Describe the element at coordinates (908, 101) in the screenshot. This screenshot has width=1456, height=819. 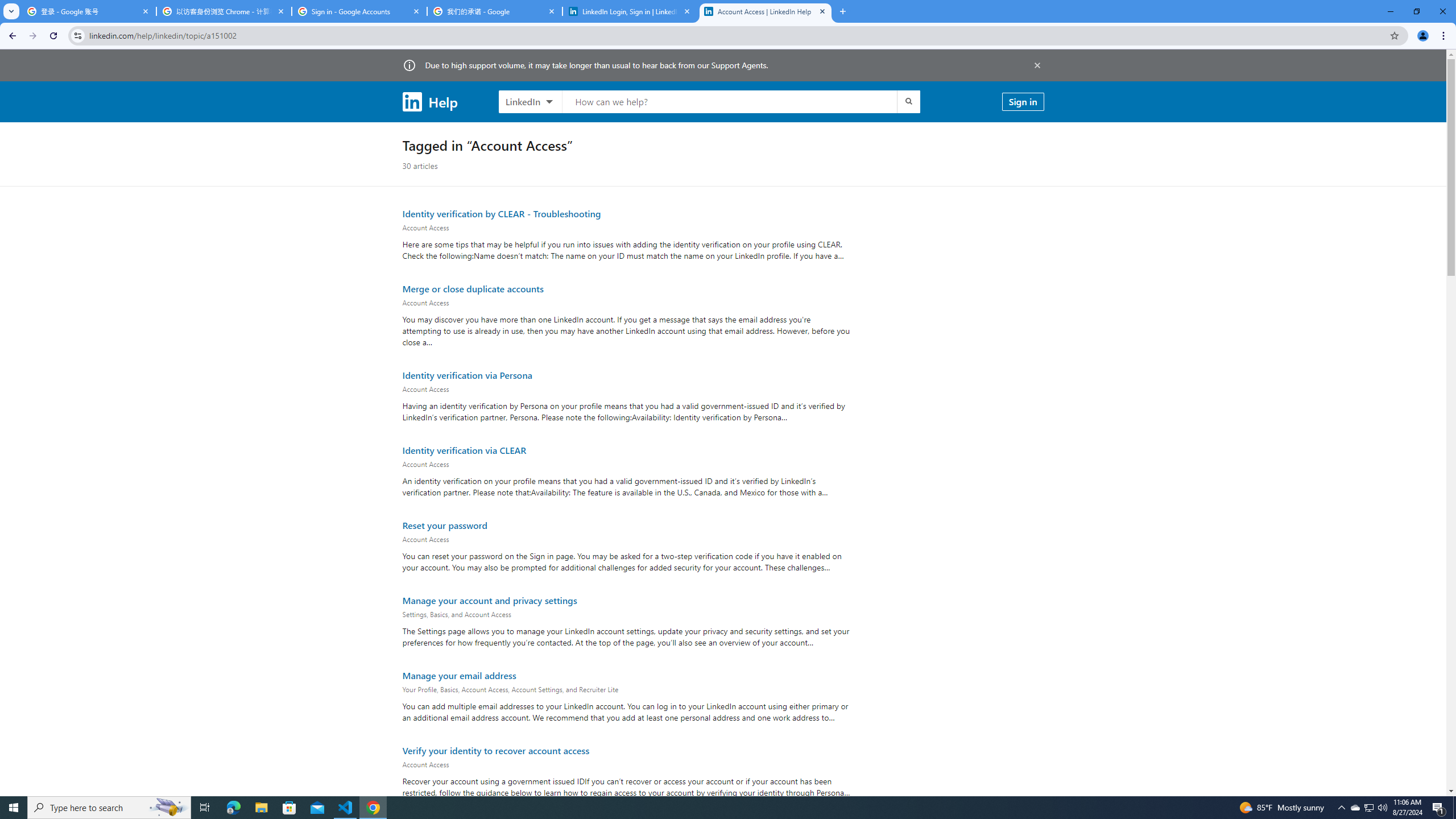
I see `'Submit search'` at that location.